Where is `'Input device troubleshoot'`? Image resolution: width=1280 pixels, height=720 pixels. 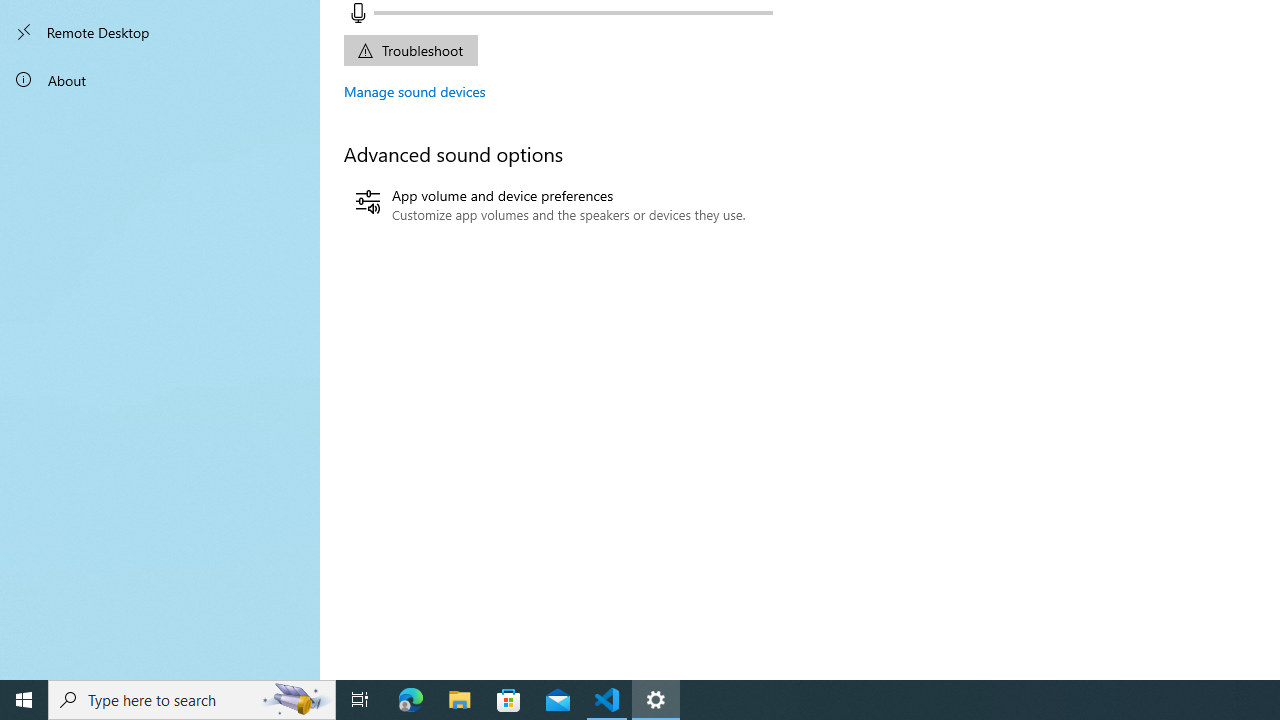 'Input device troubleshoot' is located at coordinates (409, 49).